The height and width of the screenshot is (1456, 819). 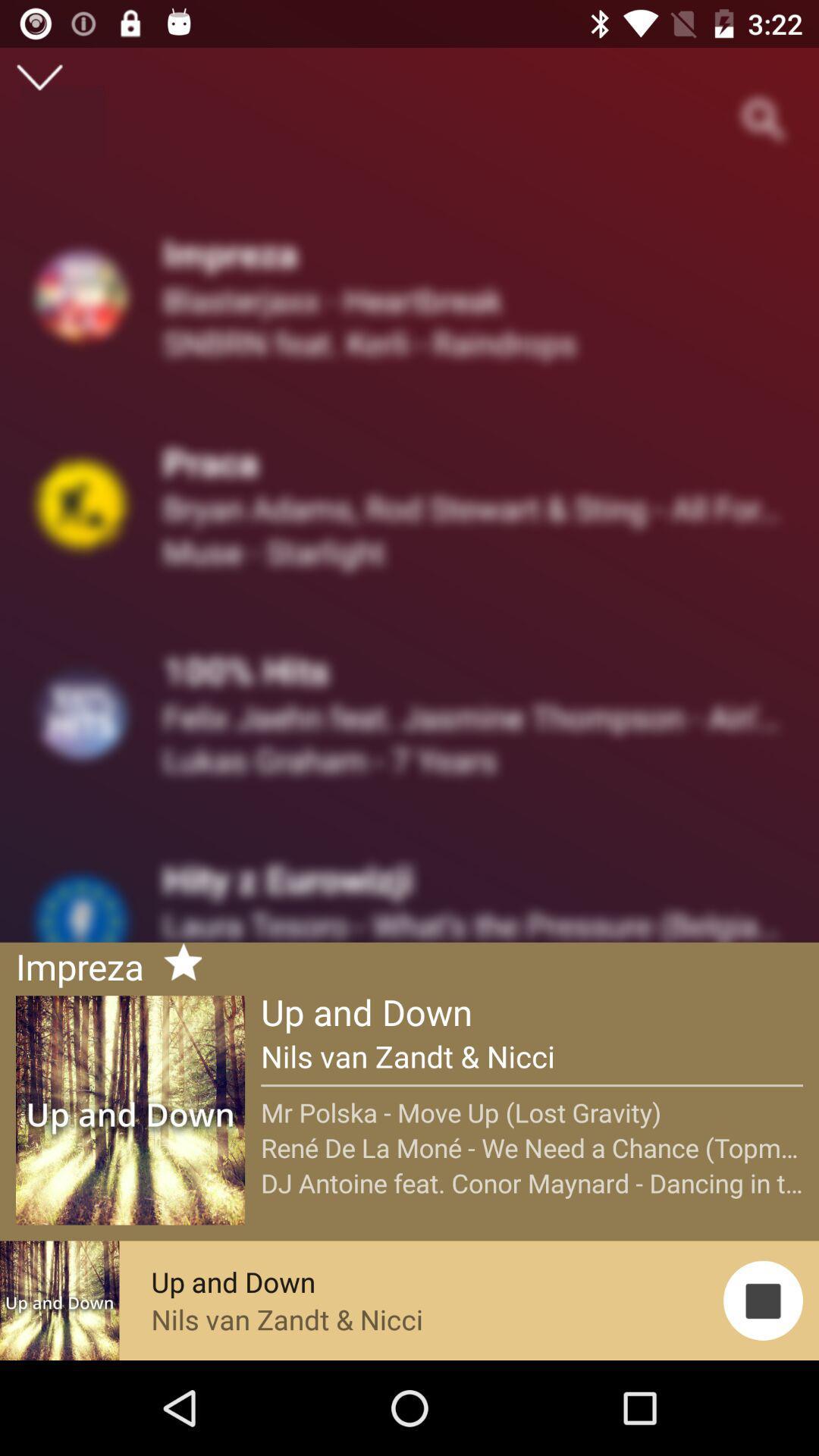 What do you see at coordinates (763, 1300) in the screenshot?
I see `the item at the bottom right corner` at bounding box center [763, 1300].